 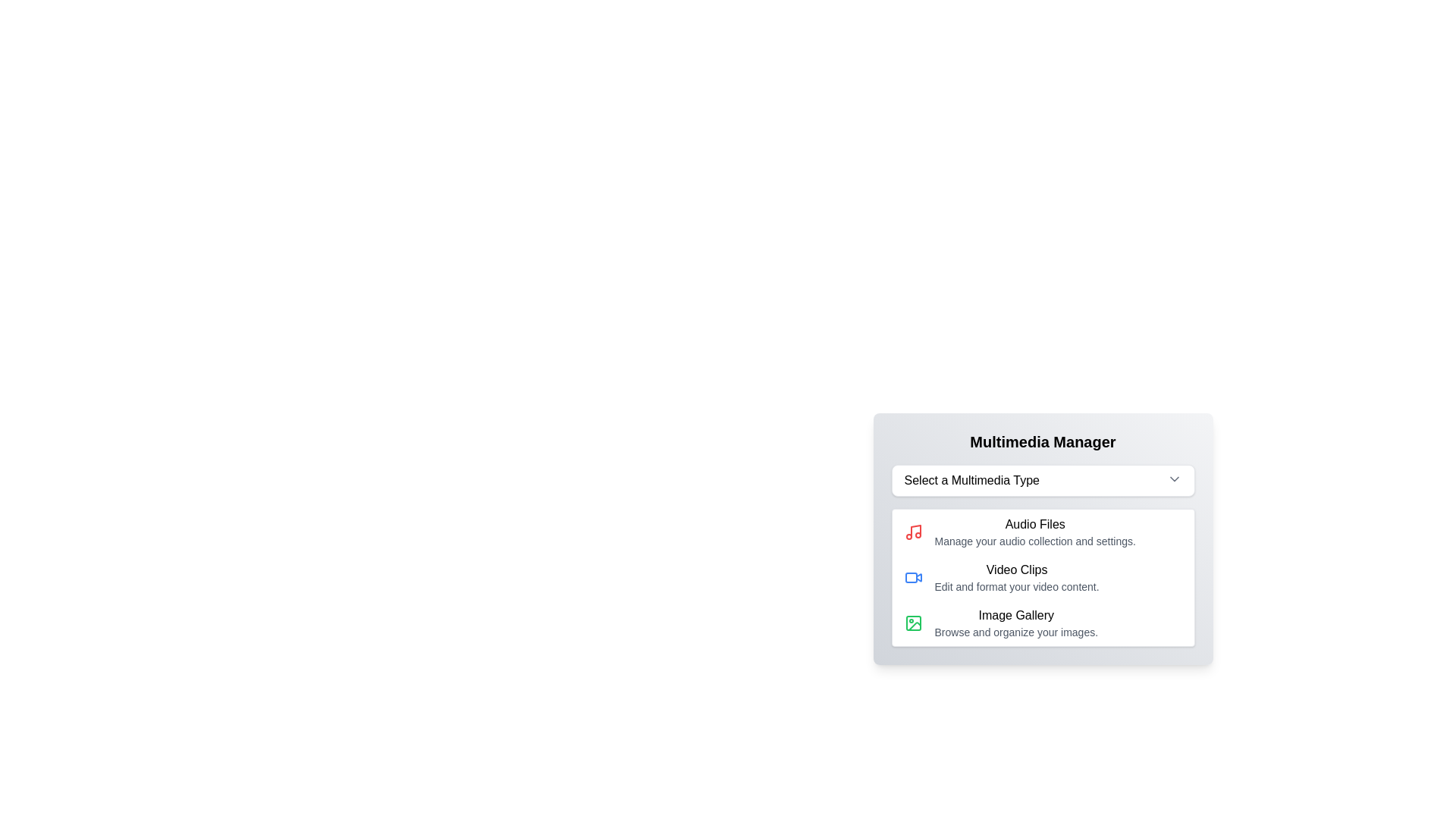 I want to click on the 'Image Gallery' button, which features a green icon representing an image and is located in the 'Multimedia Manager' panel as the third item in the list, so click(x=1042, y=623).